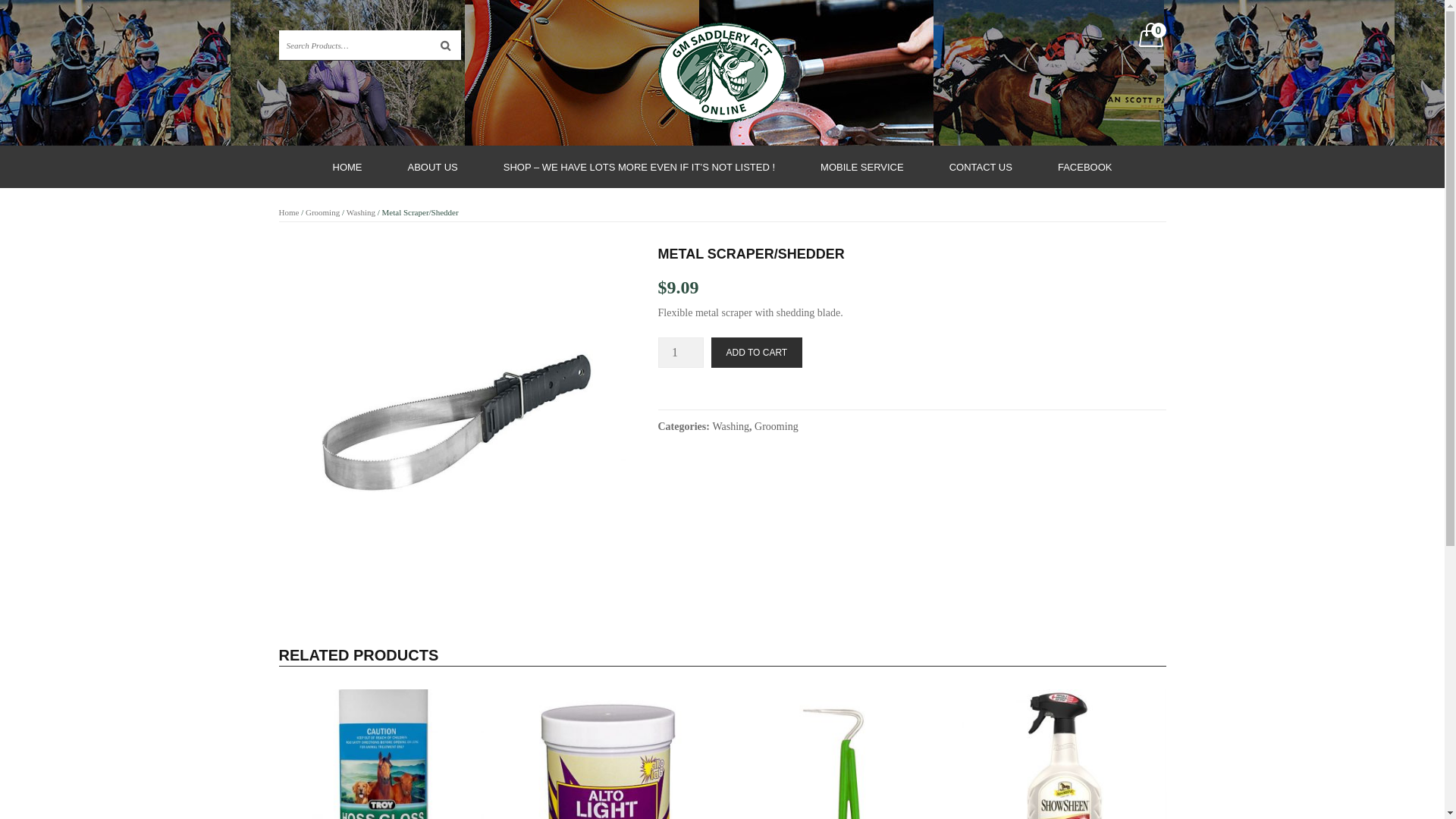  What do you see at coordinates (279, 45) in the screenshot?
I see `'Search for:'` at bounding box center [279, 45].